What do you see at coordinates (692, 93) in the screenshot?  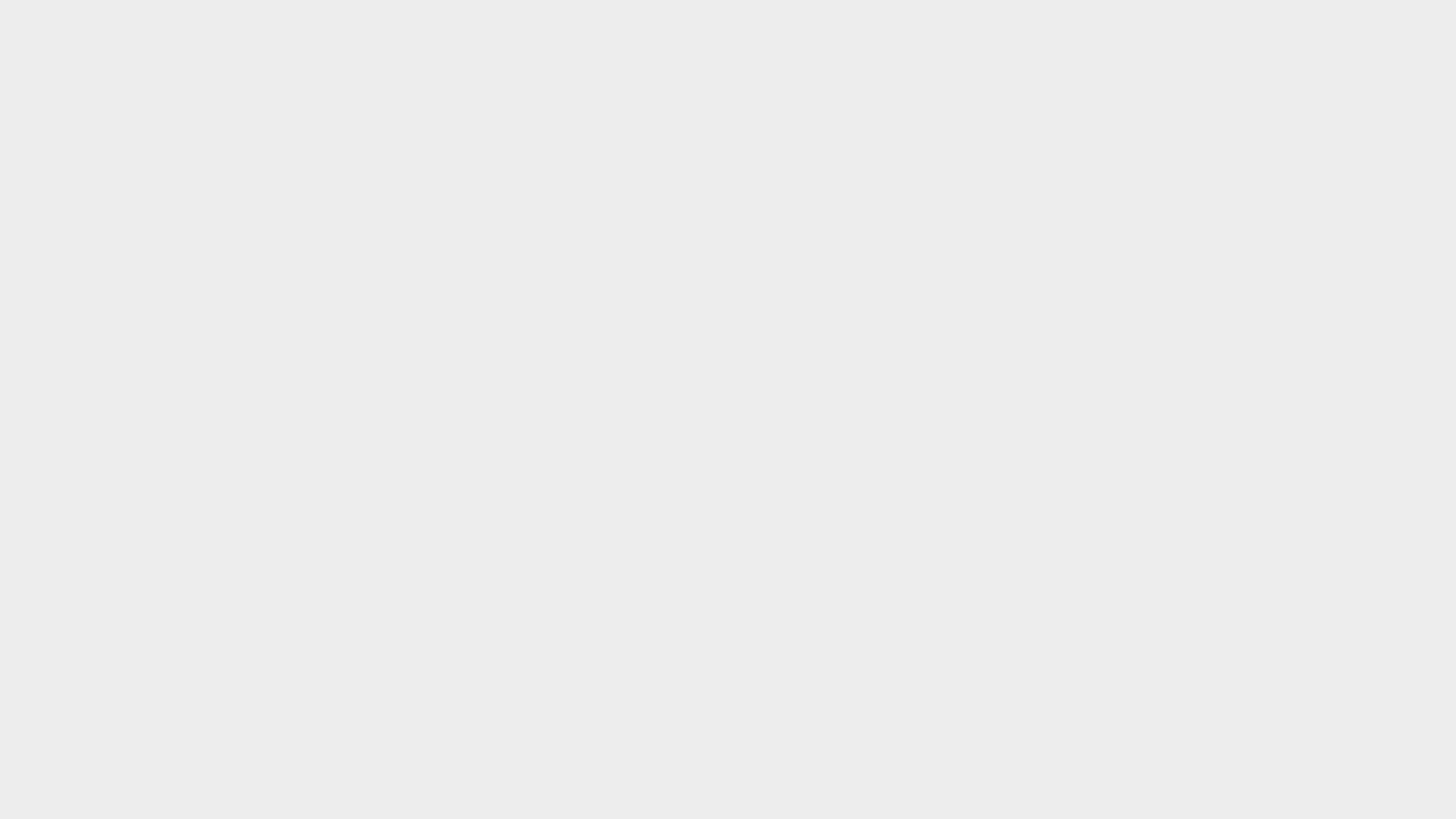 I see `'Connect'` at bounding box center [692, 93].